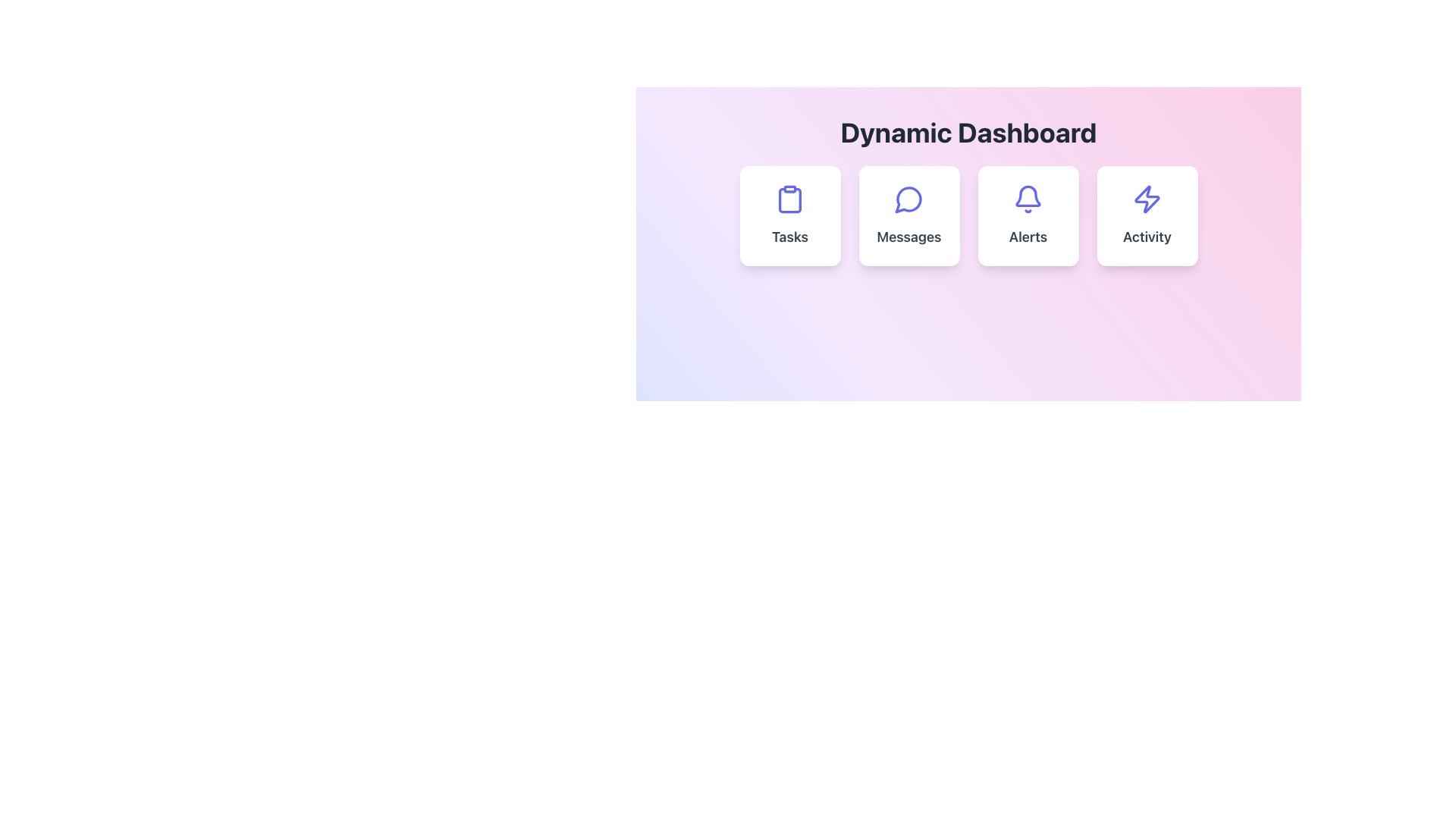 The height and width of the screenshot is (819, 1456). I want to click on the 'Tasks' text label located at the bottom of the first card in a horizontal row, beneath the clipboard icon, so click(789, 237).